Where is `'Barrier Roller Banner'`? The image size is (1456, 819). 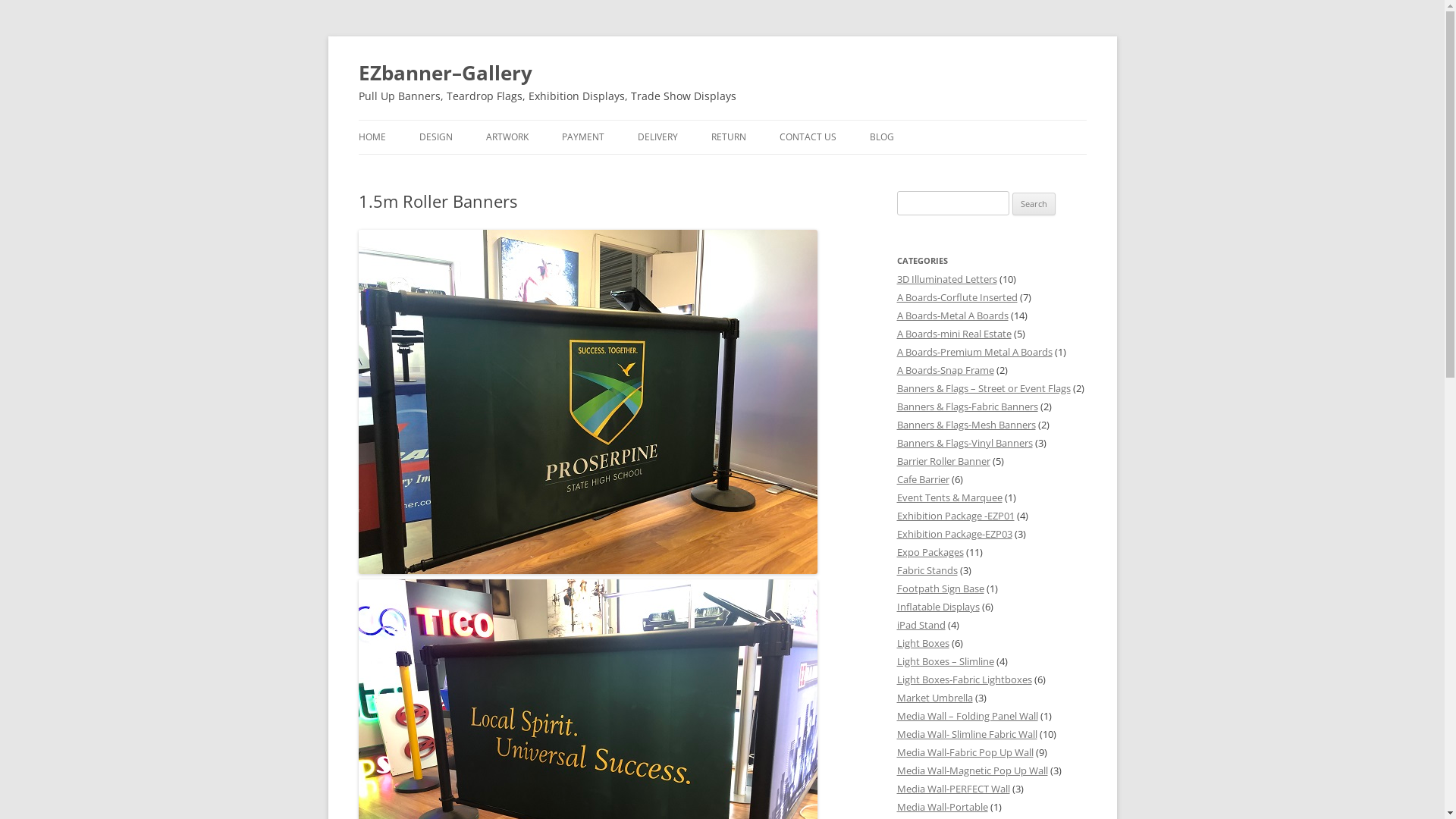 'Barrier Roller Banner' is located at coordinates (942, 460).